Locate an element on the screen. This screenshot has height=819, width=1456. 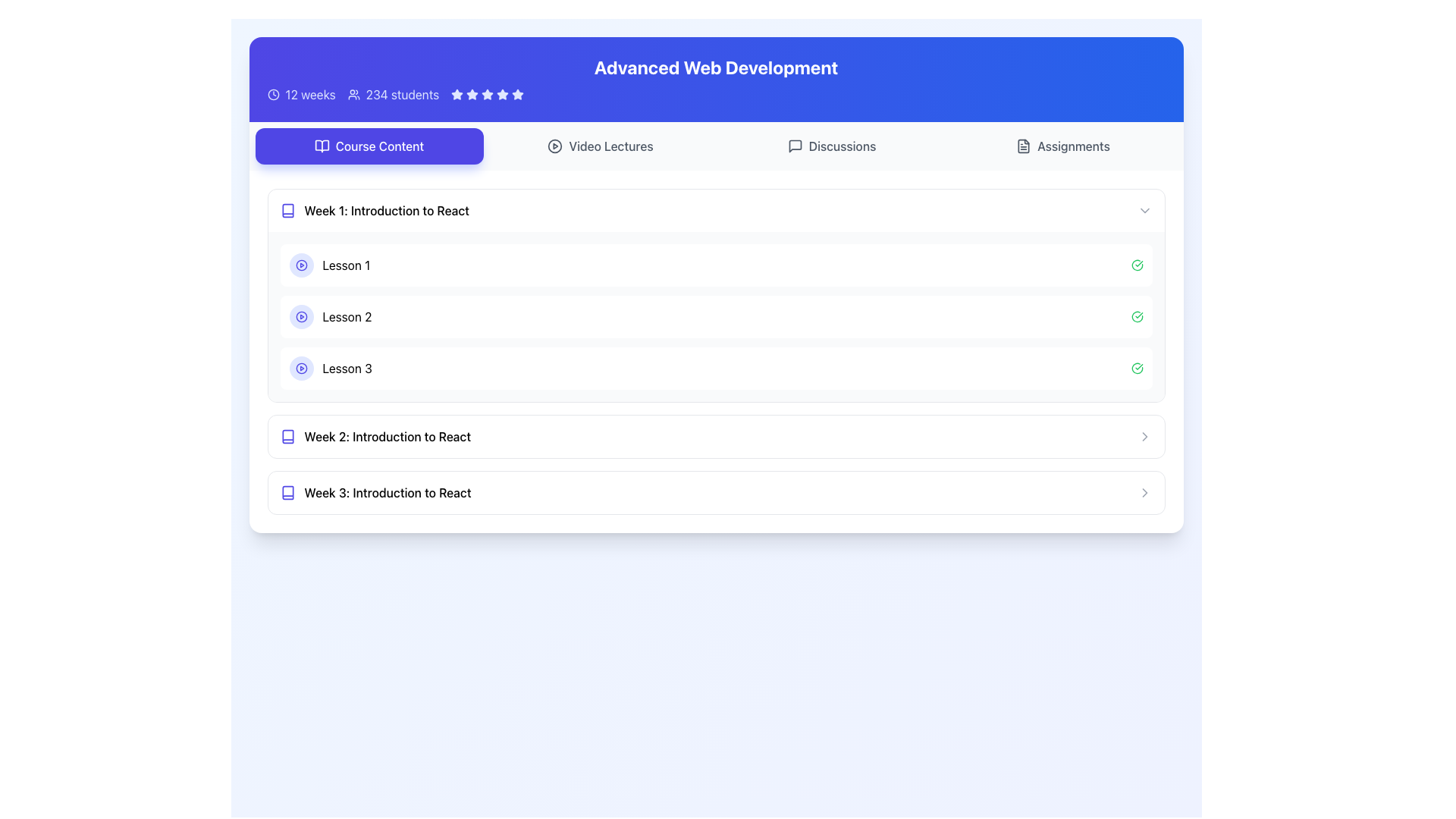
the icon that signifies the 'Week 1' section, located to the immediate left of the section header labeled 'Week 1: Introduction to React' is located at coordinates (287, 210).